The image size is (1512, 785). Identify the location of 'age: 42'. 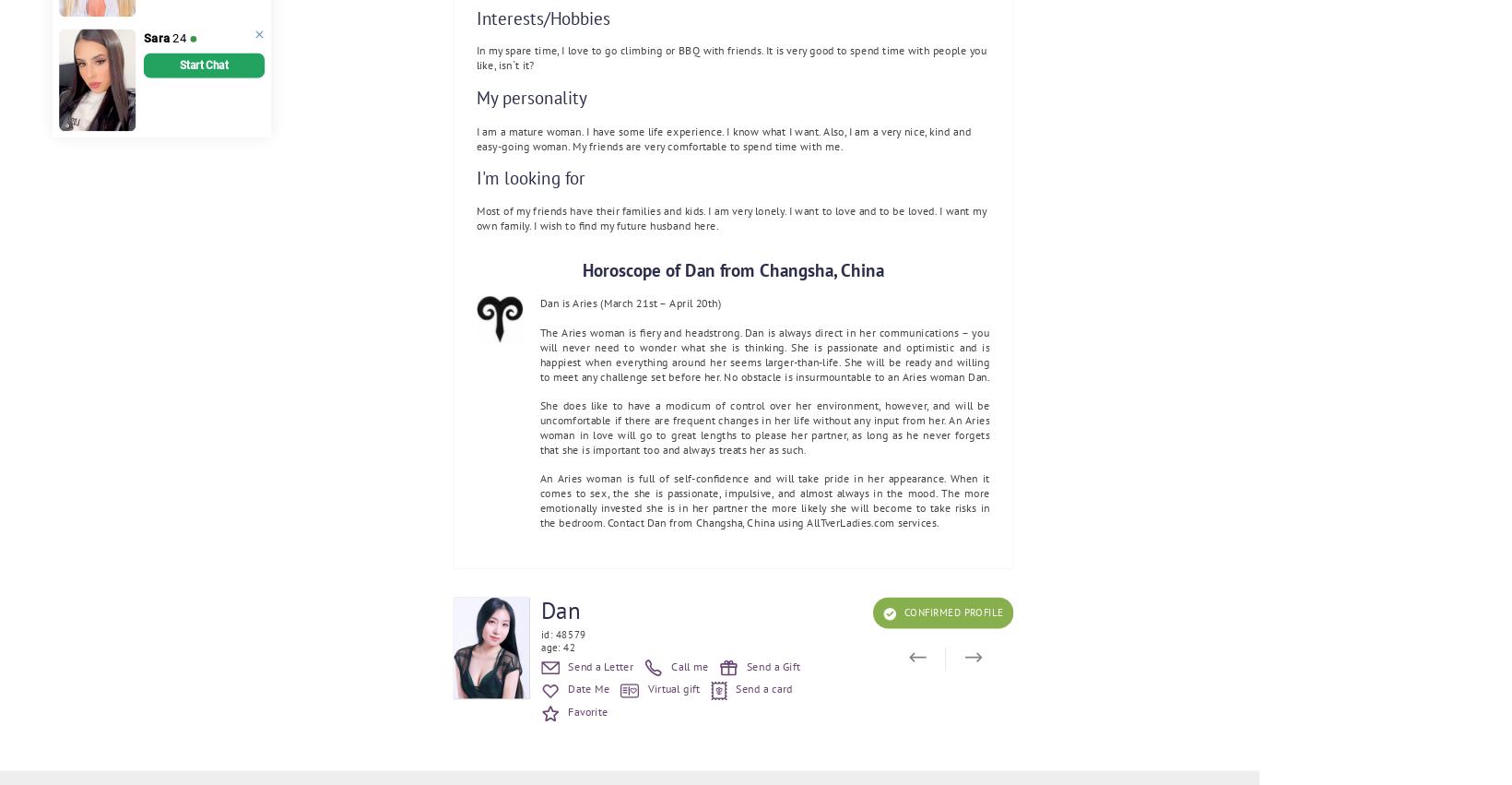
(557, 645).